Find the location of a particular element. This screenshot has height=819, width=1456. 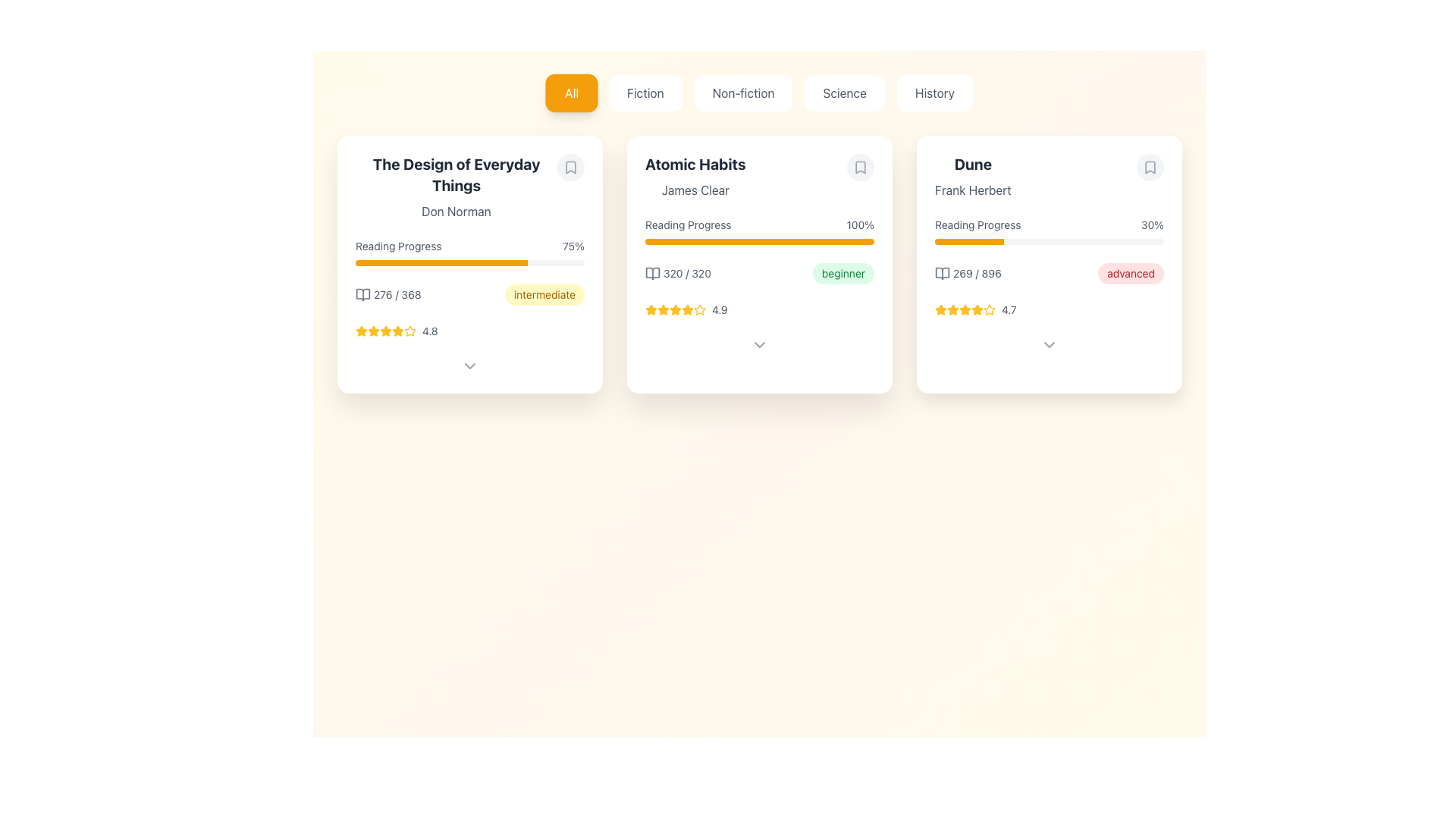

the visual representation of the 'open book' SVG icon located in the top-right area of the card labeled 'The Design of Everyday Things' is located at coordinates (362, 295).